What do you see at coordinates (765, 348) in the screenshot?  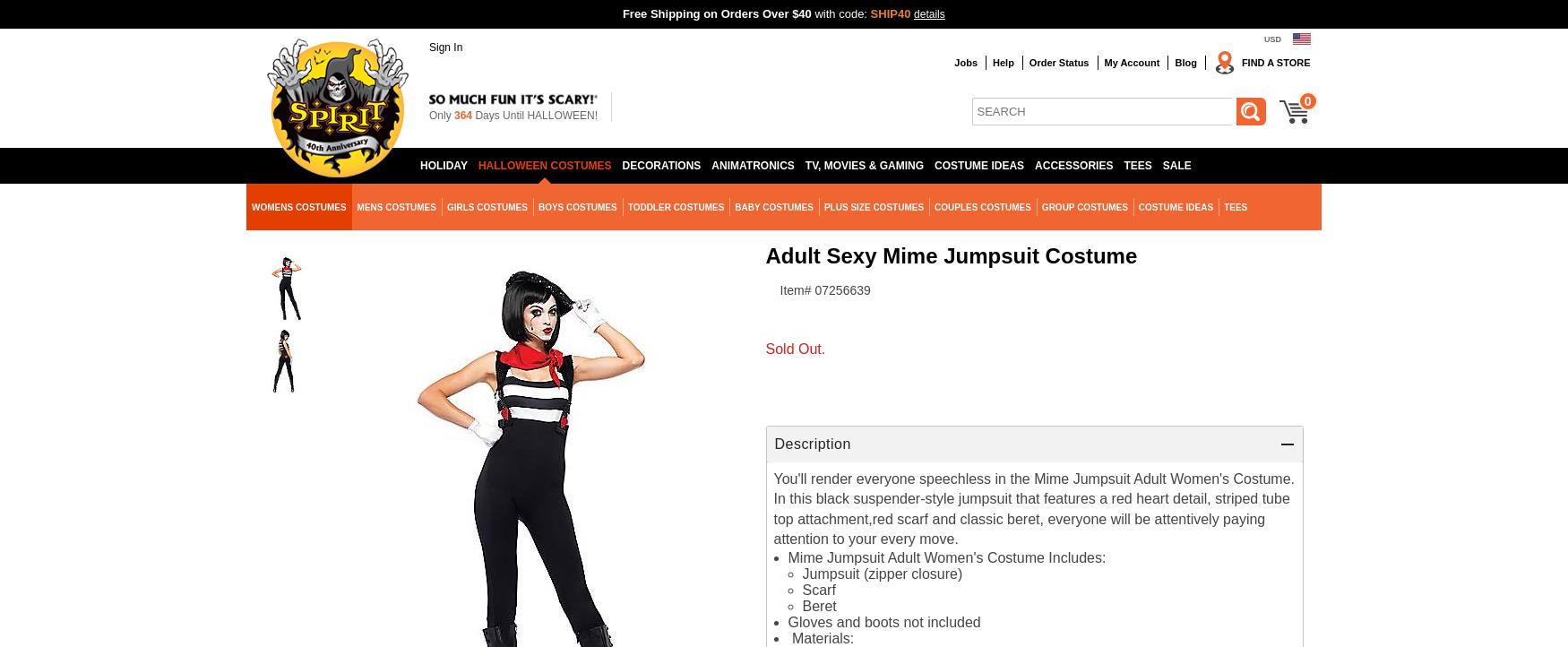 I see `'Sold Out.'` at bounding box center [765, 348].